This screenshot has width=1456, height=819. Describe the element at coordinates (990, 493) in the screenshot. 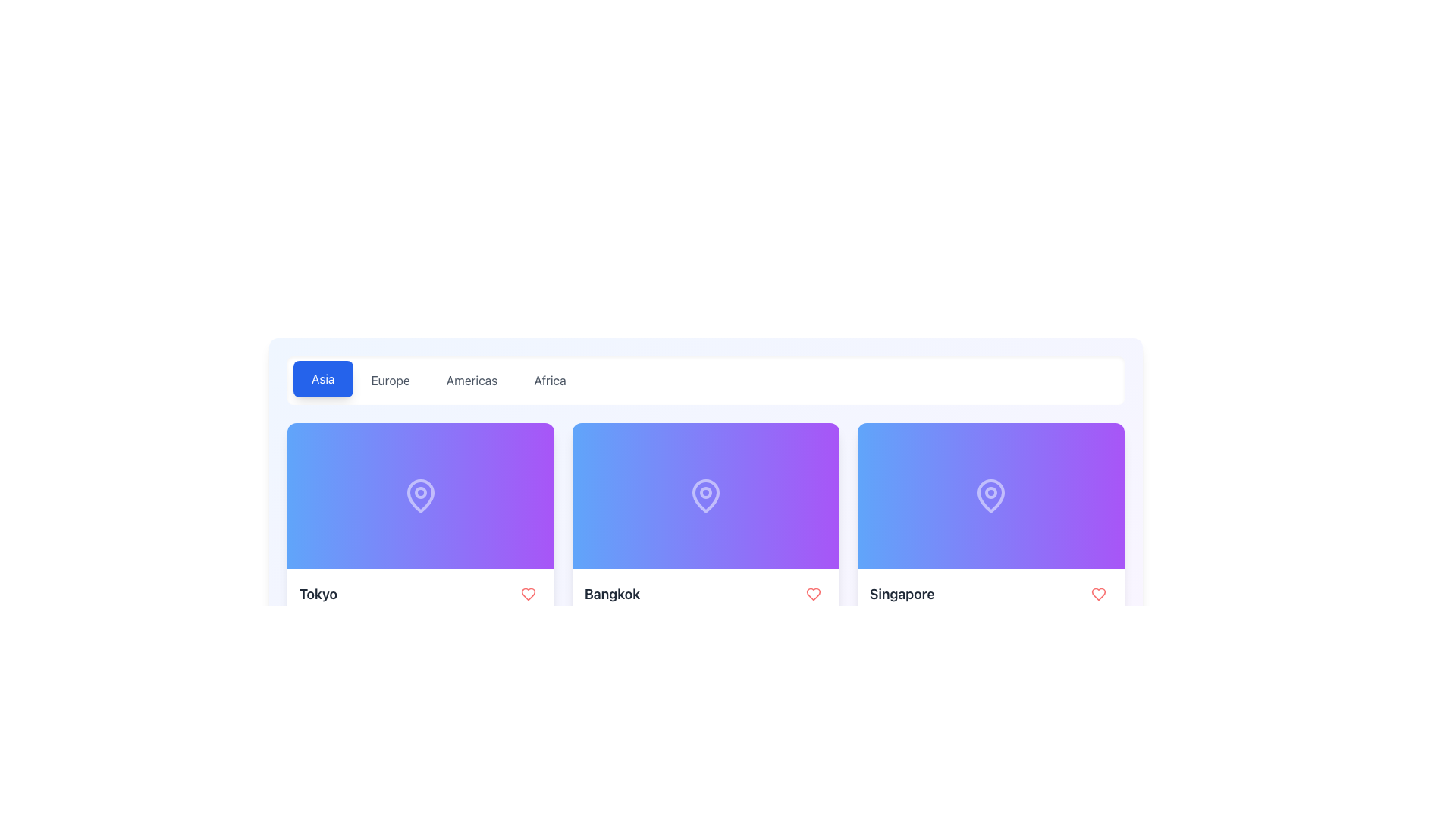

I see `the center circle of the map pin icon located within the third card in the horizontal list, which is to the right of the 'Tokyo' and 'Bangkok' cards` at that location.